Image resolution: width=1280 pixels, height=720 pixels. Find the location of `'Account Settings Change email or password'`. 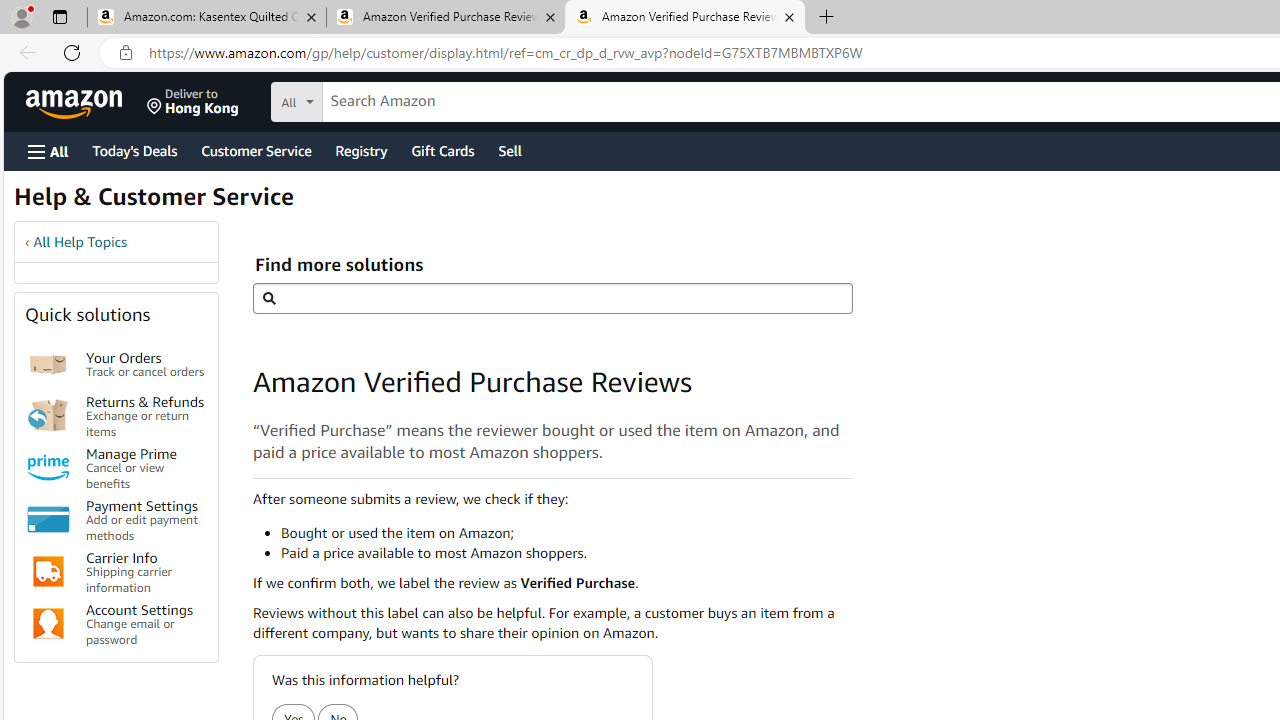

'Account Settings Change email or password' is located at coordinates (144, 622).